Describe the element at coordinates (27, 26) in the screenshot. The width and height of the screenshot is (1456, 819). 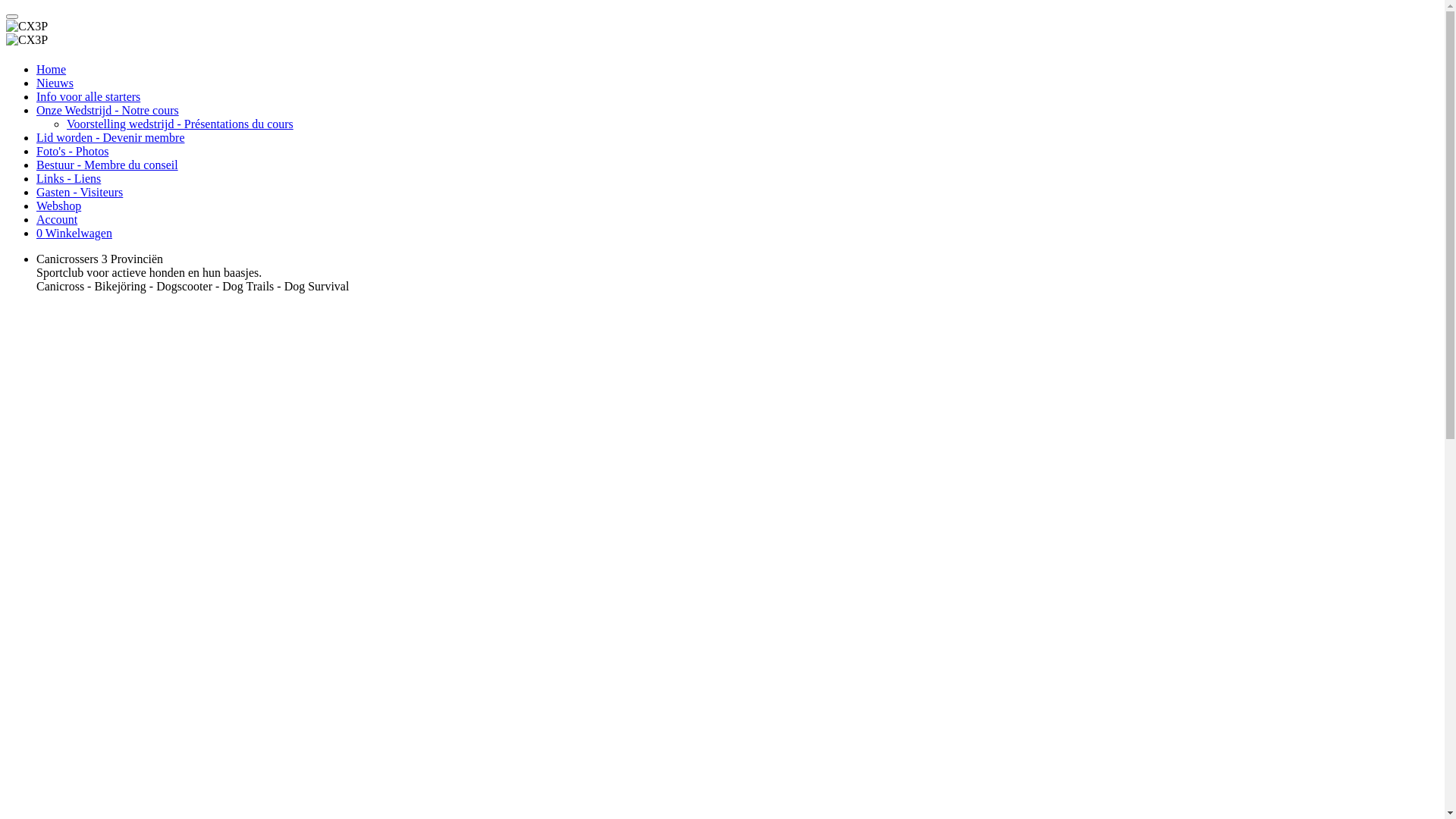
I see `'CX3P'` at that location.